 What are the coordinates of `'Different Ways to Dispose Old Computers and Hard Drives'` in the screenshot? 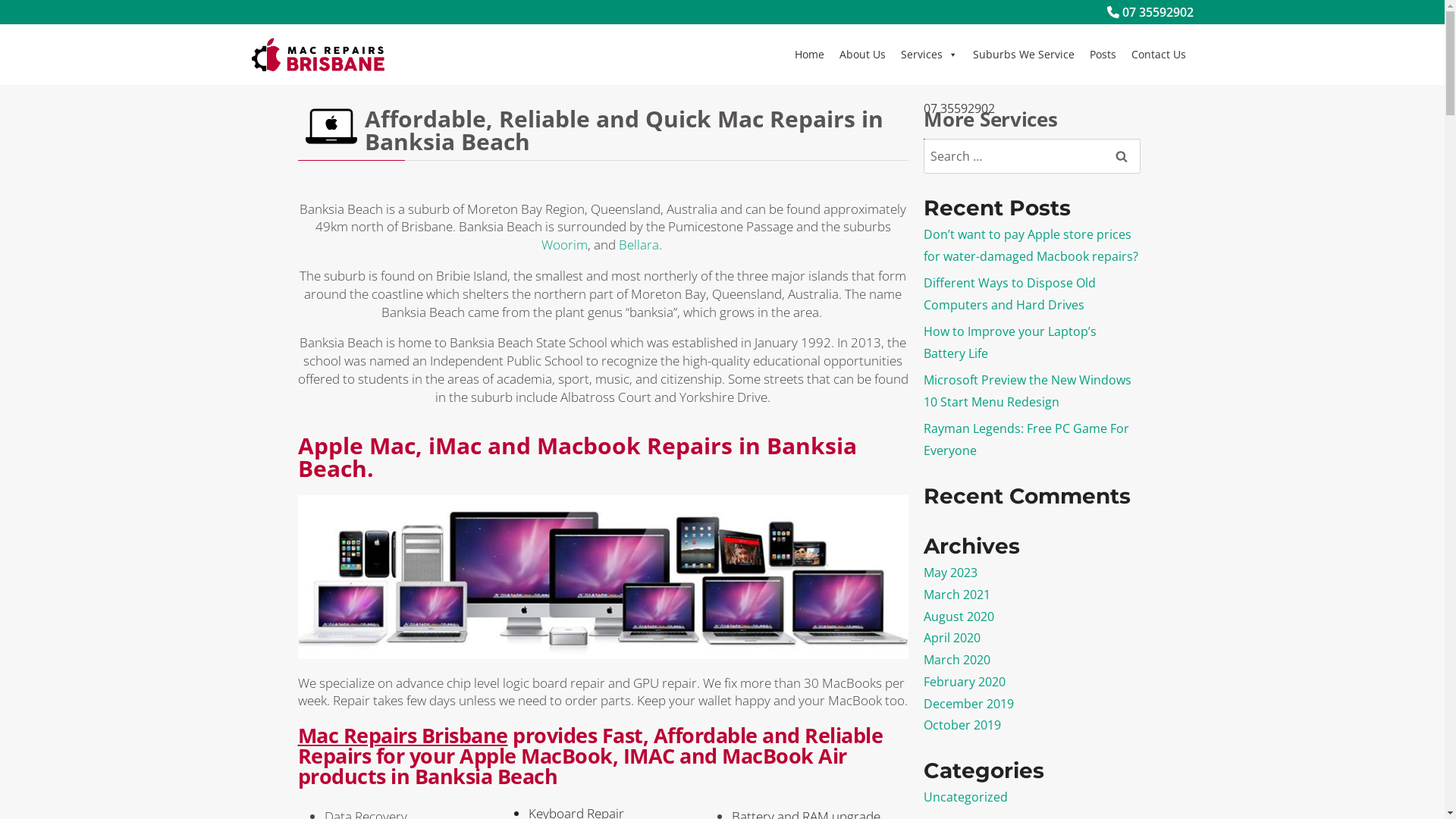 It's located at (1009, 293).